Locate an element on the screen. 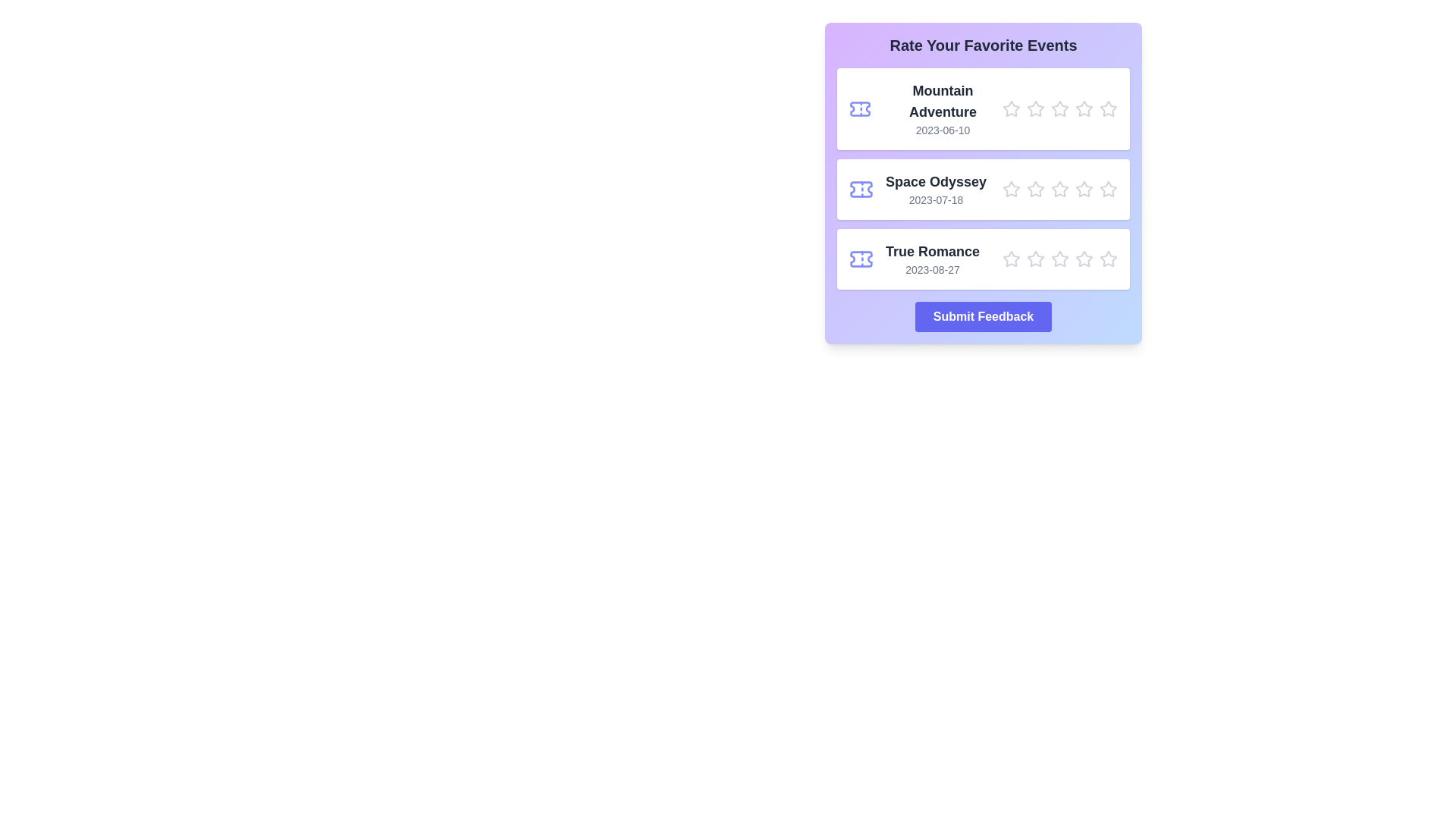 This screenshot has height=819, width=1456. the star corresponding to the rating 1 for the movie Space Odyssey is located at coordinates (1012, 189).